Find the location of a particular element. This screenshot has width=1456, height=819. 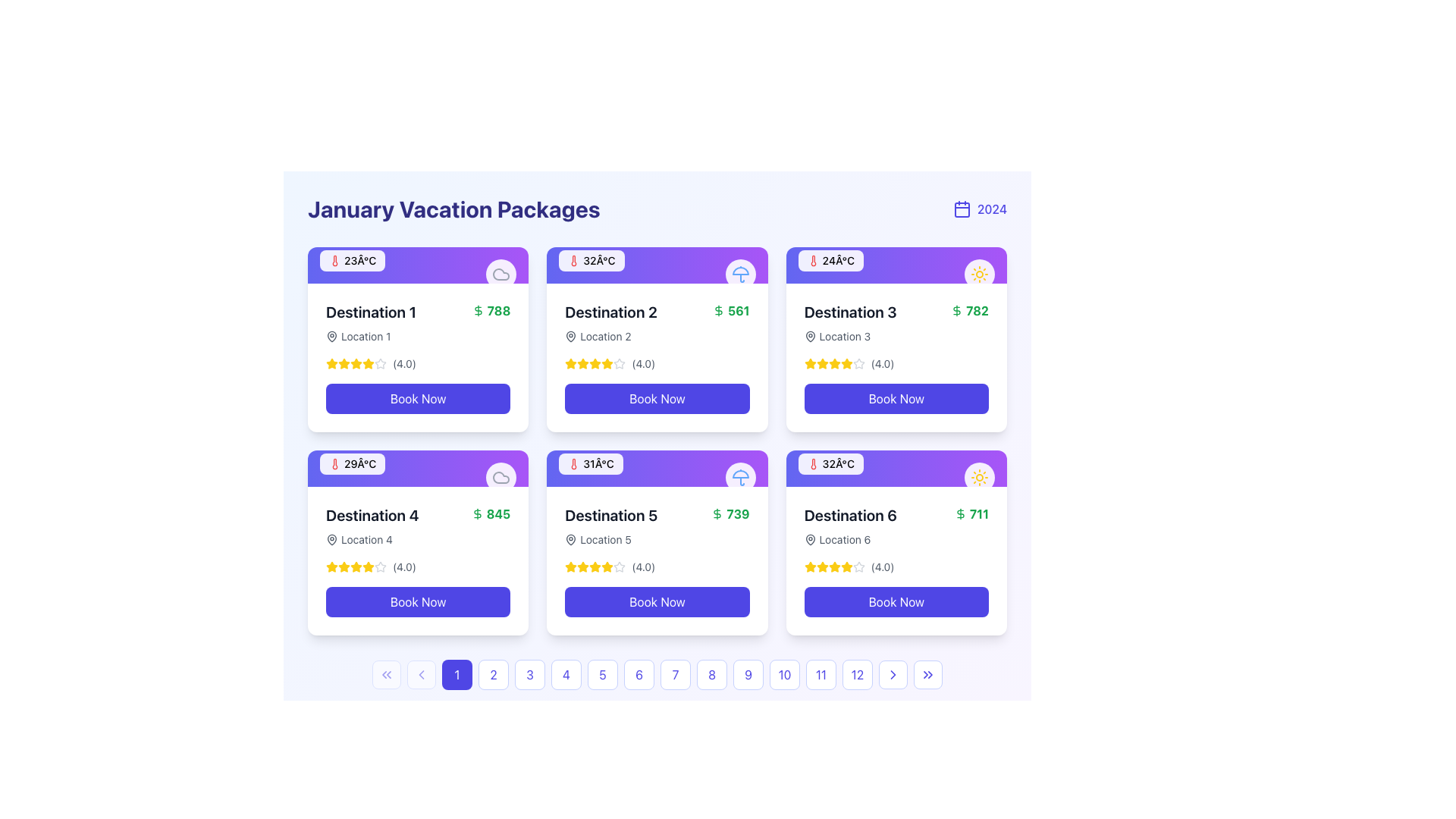

the fifth star icon in the rating section of the card for 'Destination 6' to interact with it is located at coordinates (858, 566).